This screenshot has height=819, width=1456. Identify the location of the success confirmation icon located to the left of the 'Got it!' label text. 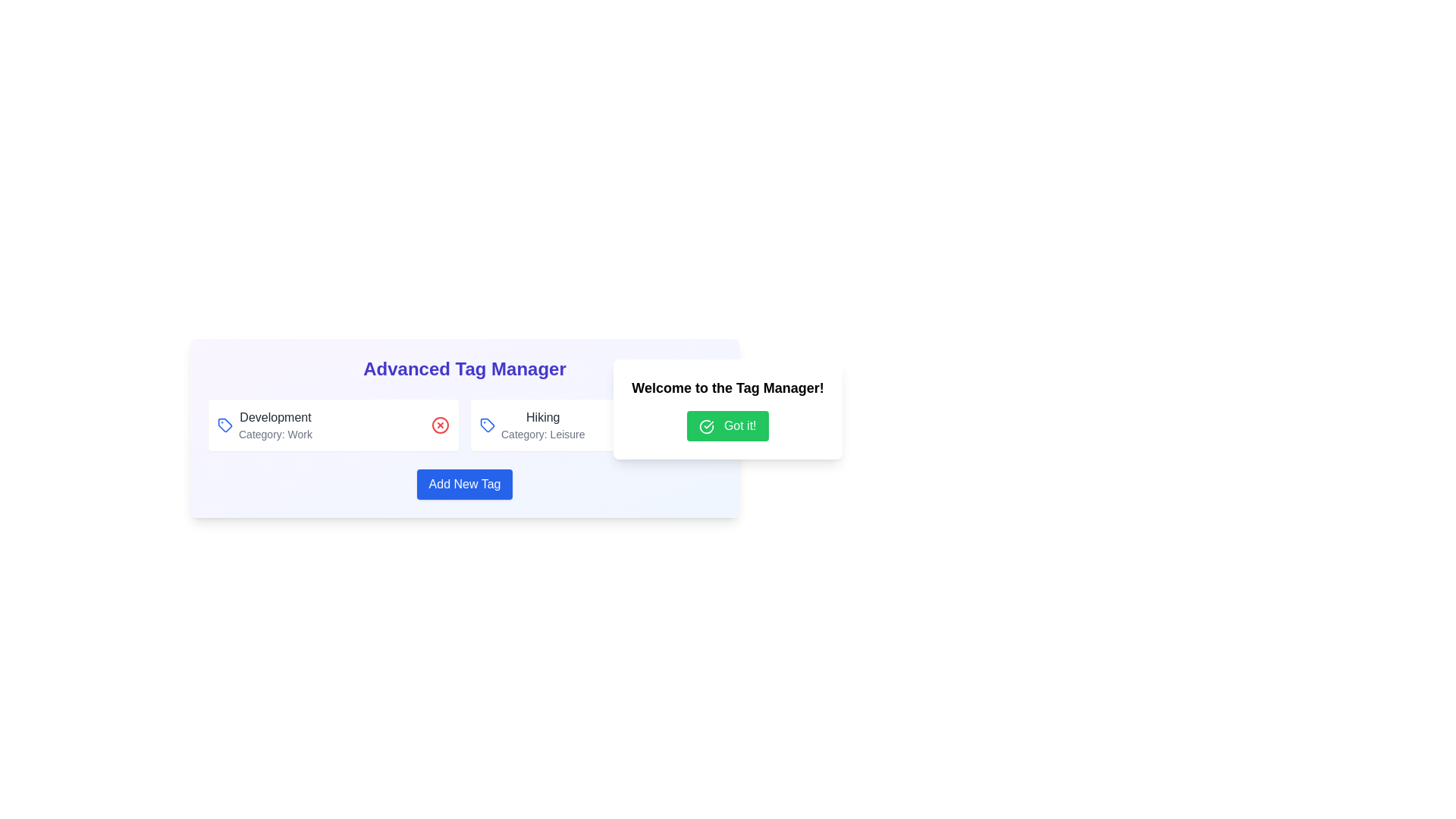
(706, 426).